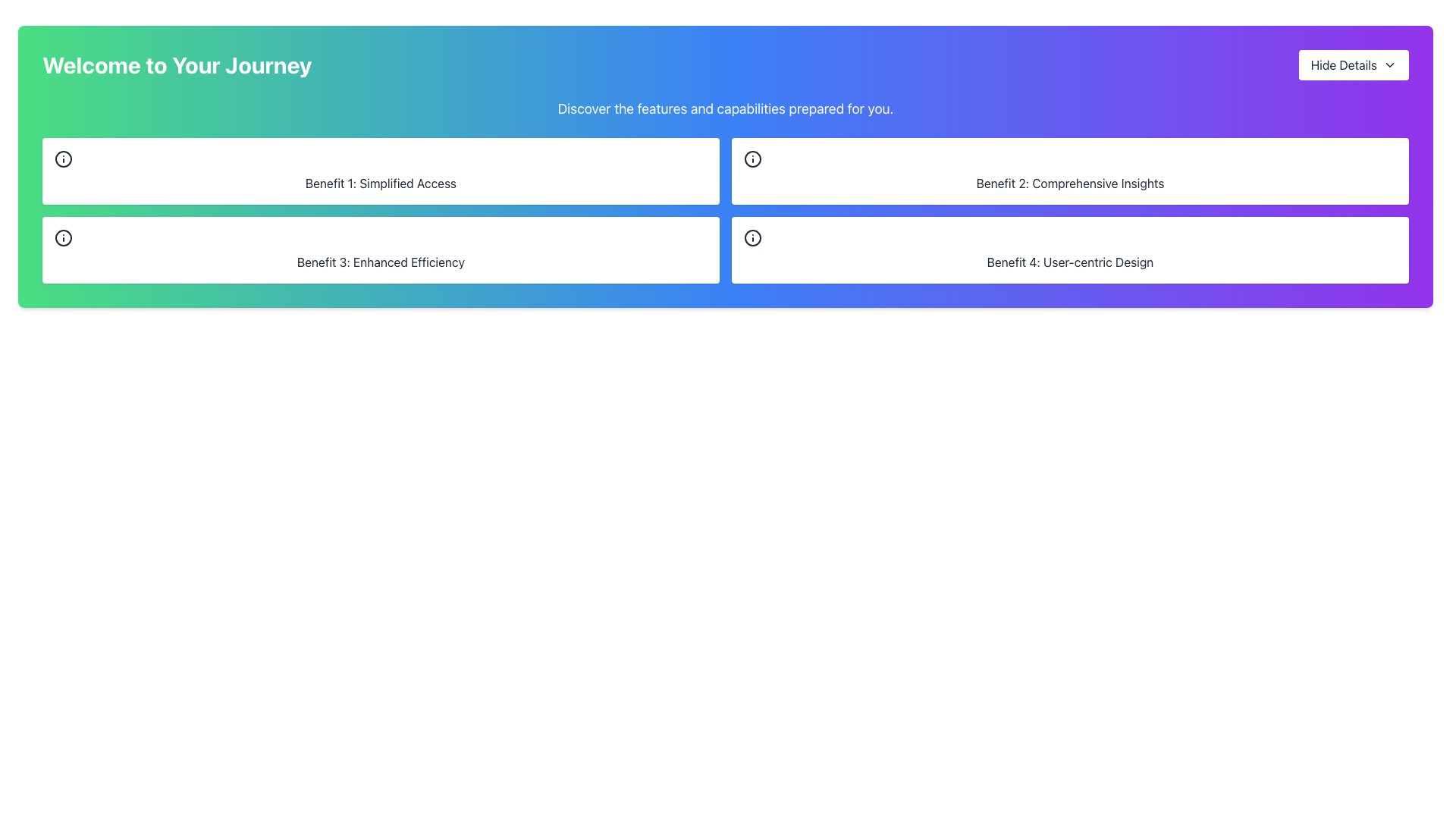  Describe the element at coordinates (1390, 64) in the screenshot. I see `the chevron icon located at the top-right corner of the 'Hide Details' button` at that location.